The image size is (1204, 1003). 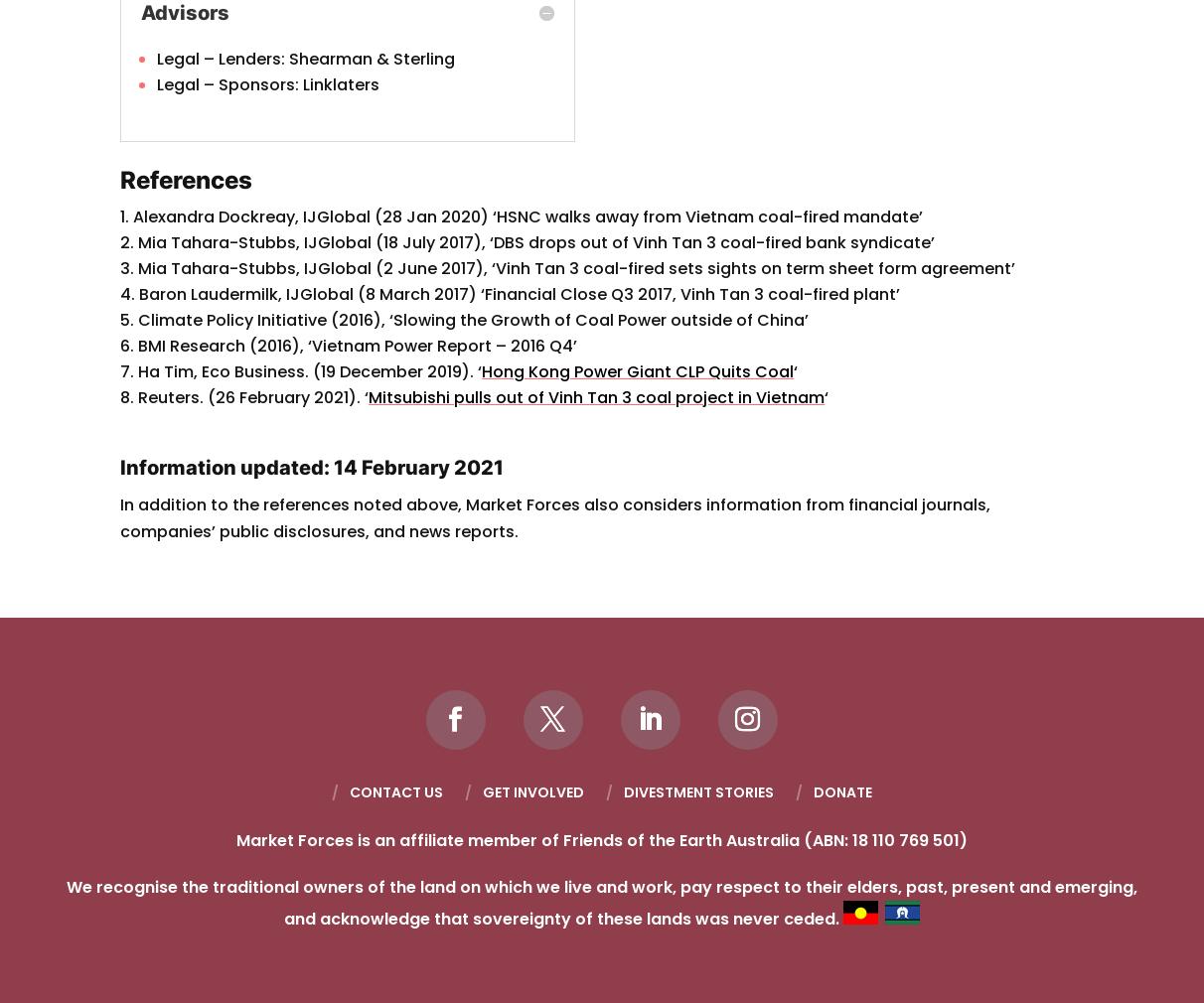 I want to click on 'Divestment stories', so click(x=697, y=790).